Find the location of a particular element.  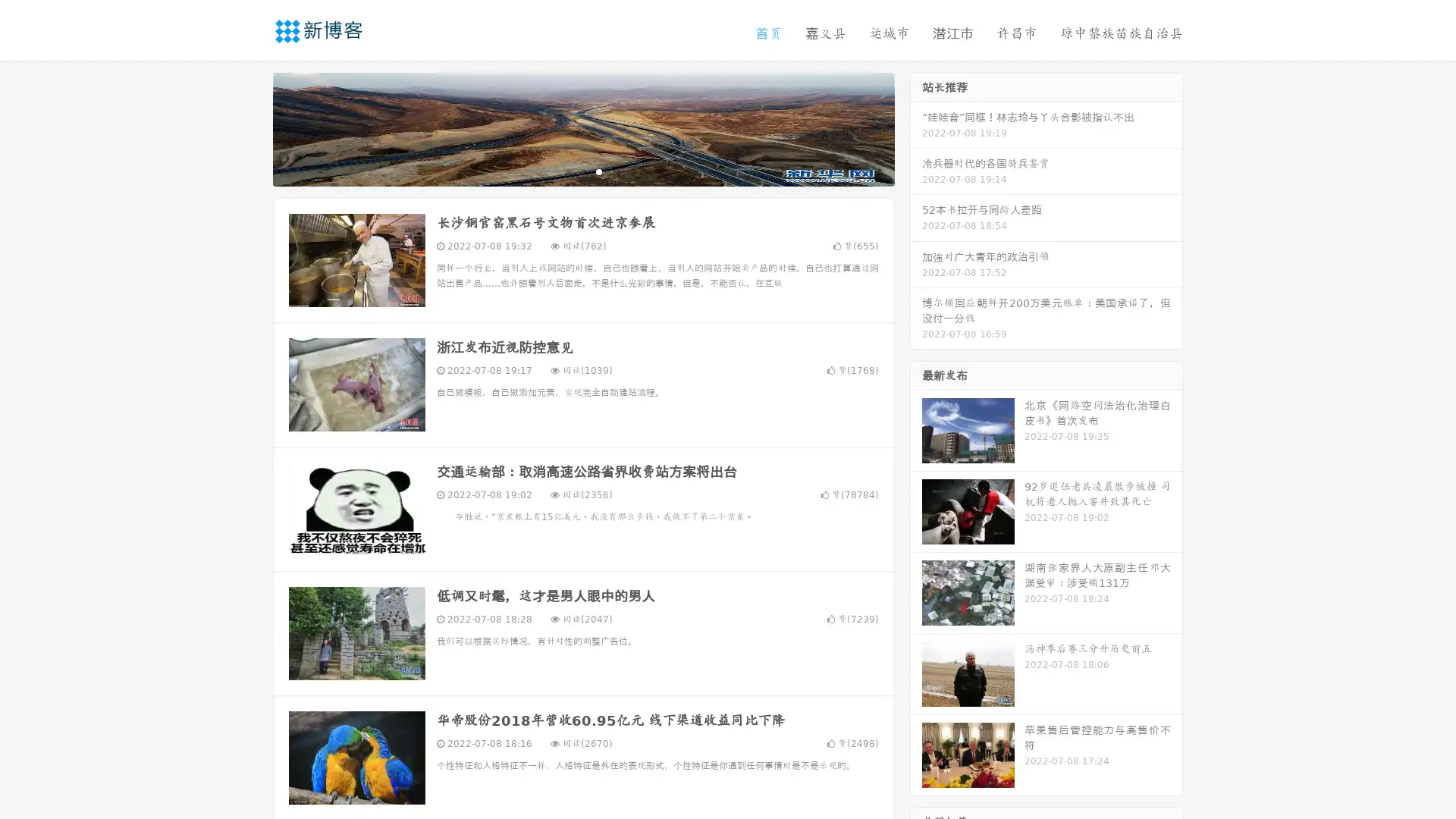

Go to slide 2 is located at coordinates (582, 171).